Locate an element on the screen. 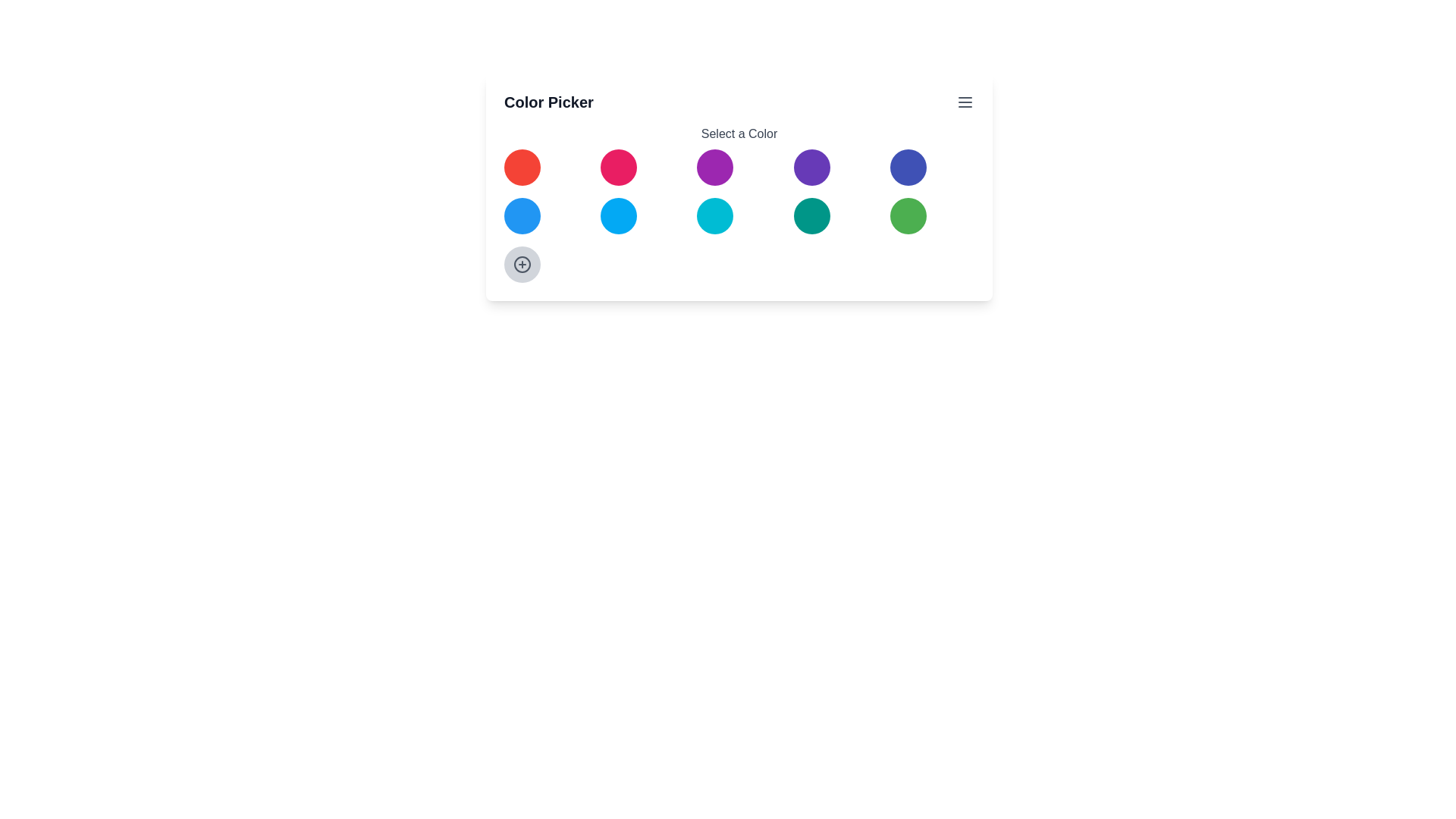 The image size is (1456, 819). the color circle with color pink is located at coordinates (619, 167).